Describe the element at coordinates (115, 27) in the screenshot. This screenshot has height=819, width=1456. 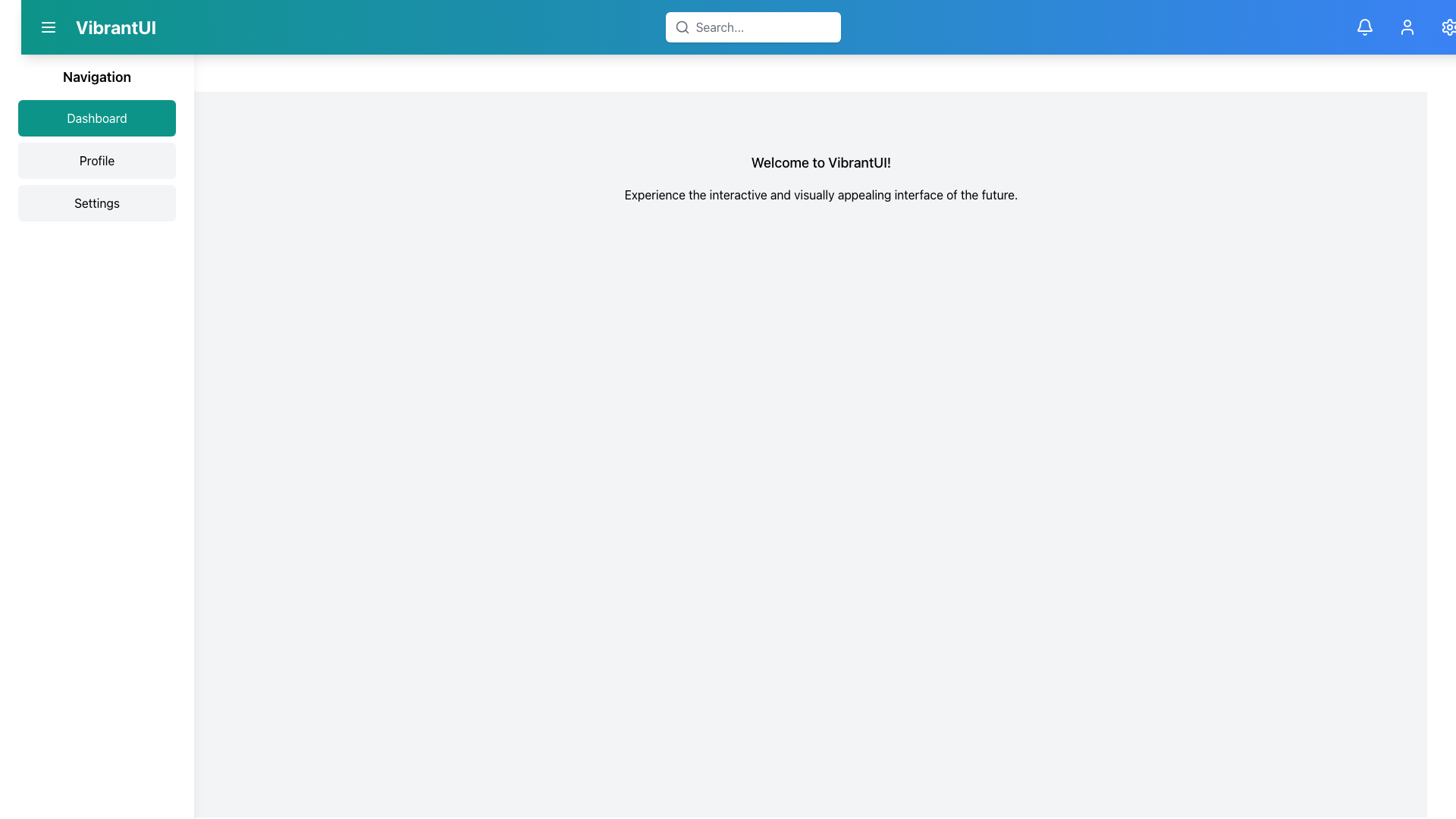
I see `the bold text 'VibrantUI' located in the teal-colored header bar at the top left corner of the interface` at that location.